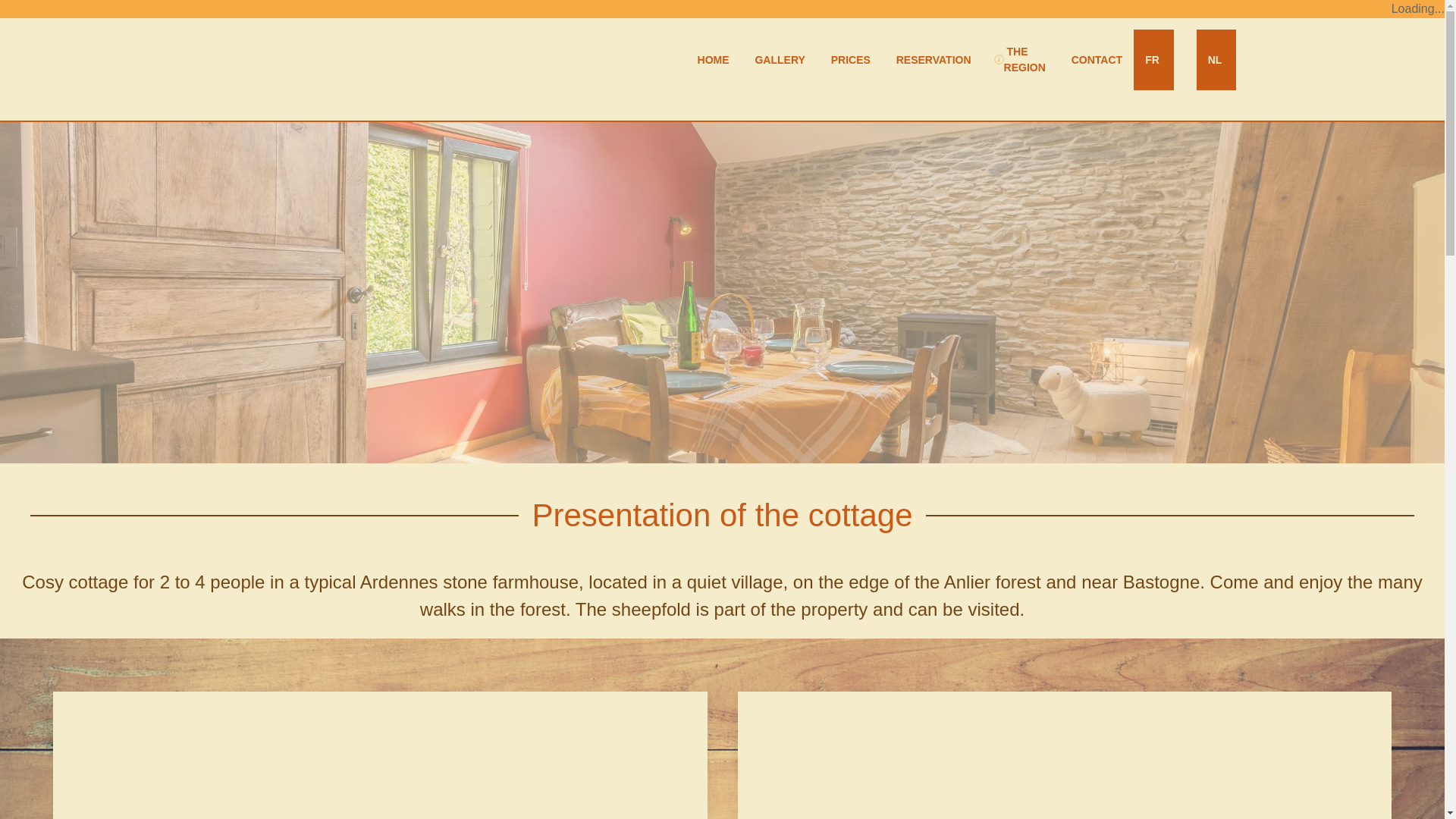 The image size is (1456, 819). What do you see at coordinates (1019, 58) in the screenshot?
I see `' THE REGION'` at bounding box center [1019, 58].